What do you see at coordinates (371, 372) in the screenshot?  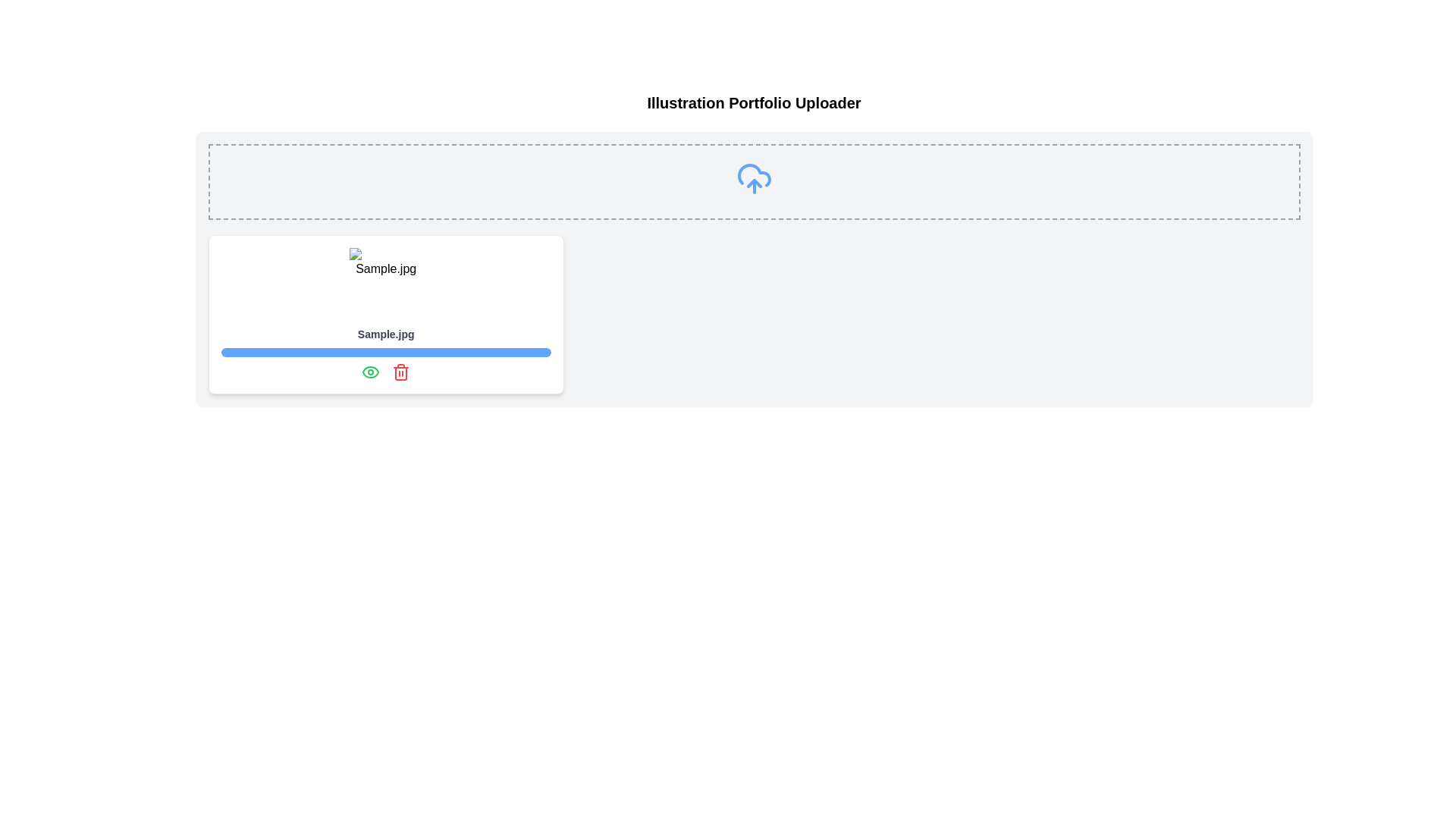 I see `the green eye-shaped icon with a circular pupil` at bounding box center [371, 372].